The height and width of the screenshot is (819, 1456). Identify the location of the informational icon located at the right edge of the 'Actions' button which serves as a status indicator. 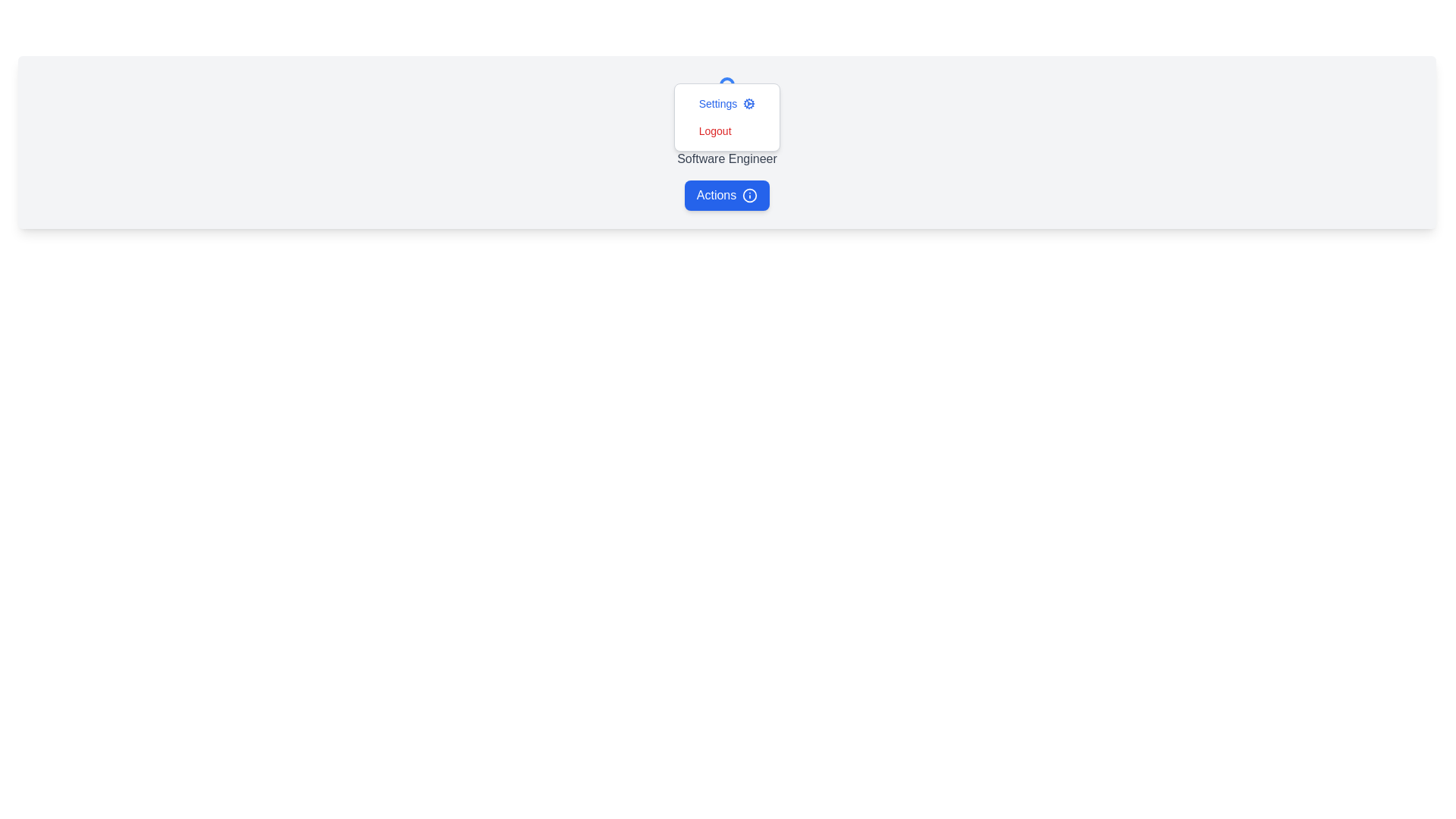
(750, 195).